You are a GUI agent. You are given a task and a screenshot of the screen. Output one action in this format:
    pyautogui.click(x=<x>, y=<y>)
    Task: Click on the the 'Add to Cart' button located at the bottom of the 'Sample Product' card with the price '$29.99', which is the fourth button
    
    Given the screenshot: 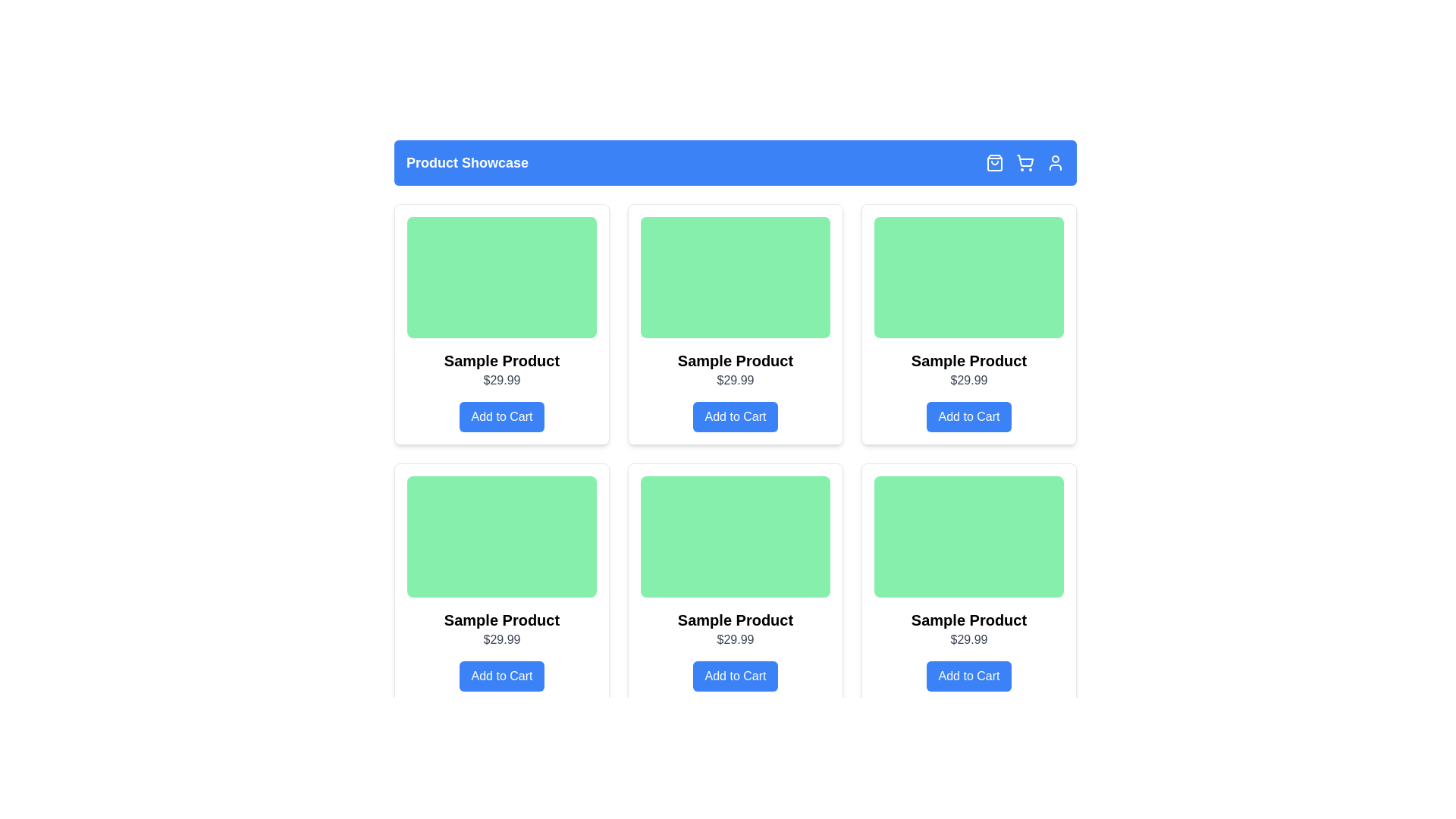 What is the action you would take?
    pyautogui.click(x=735, y=417)
    